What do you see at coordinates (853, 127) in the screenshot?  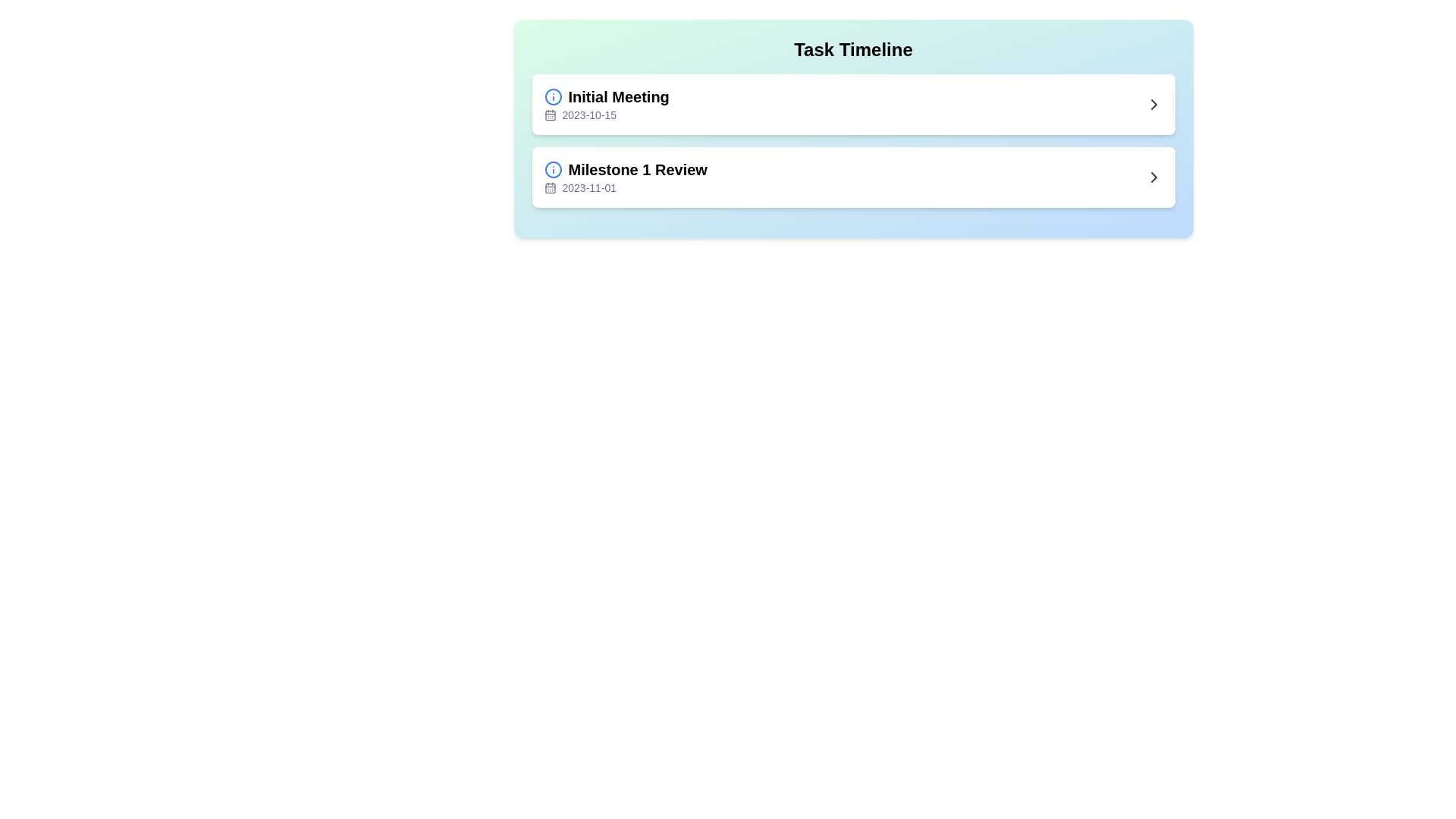 I see `the content within the central grouping box labeled 'Task Timeline', which organizes task-related milestones or events` at bounding box center [853, 127].